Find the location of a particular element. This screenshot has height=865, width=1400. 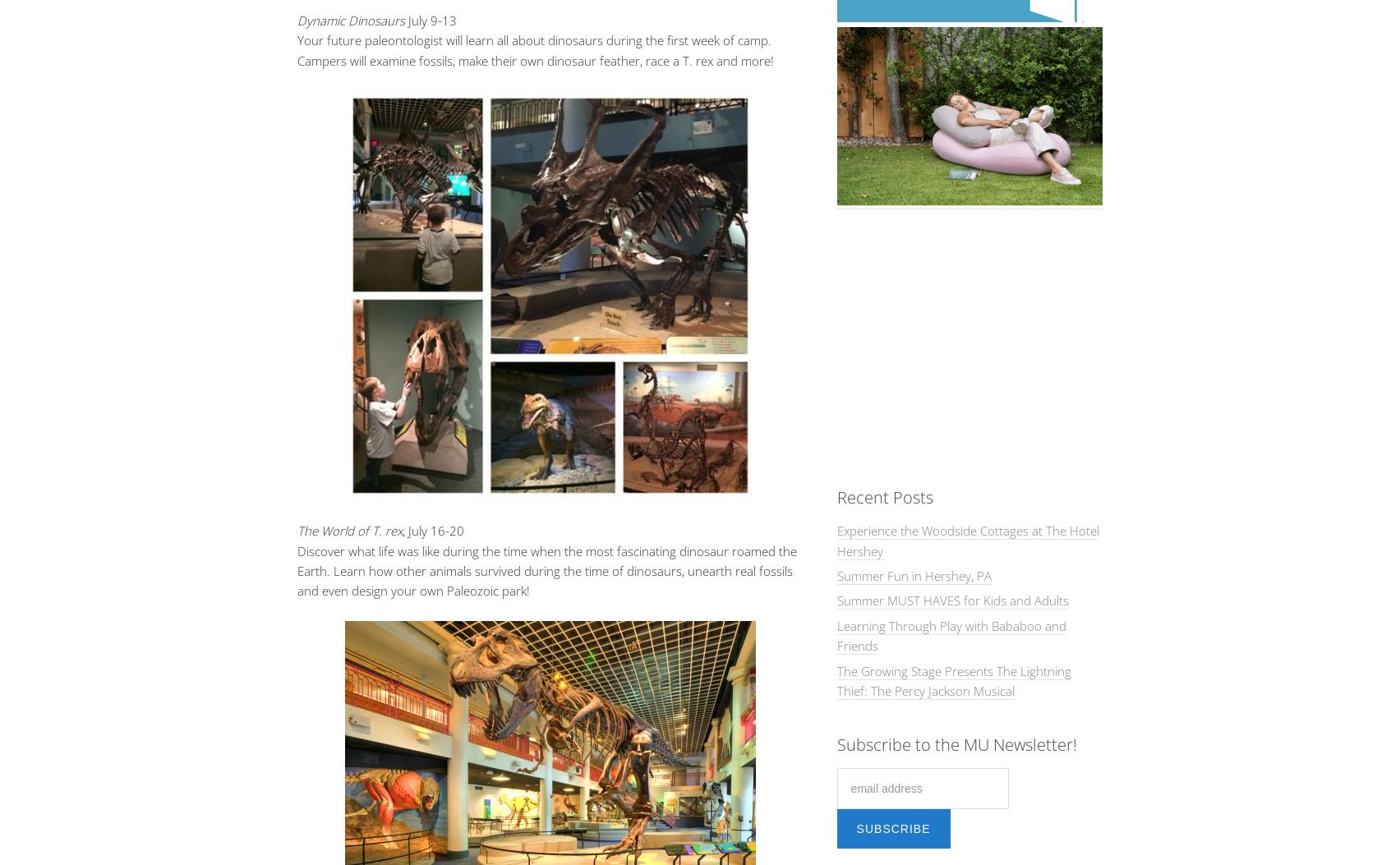

'Experience the Woodside Cottages at The Hotel Hershey' is located at coordinates (966, 540).